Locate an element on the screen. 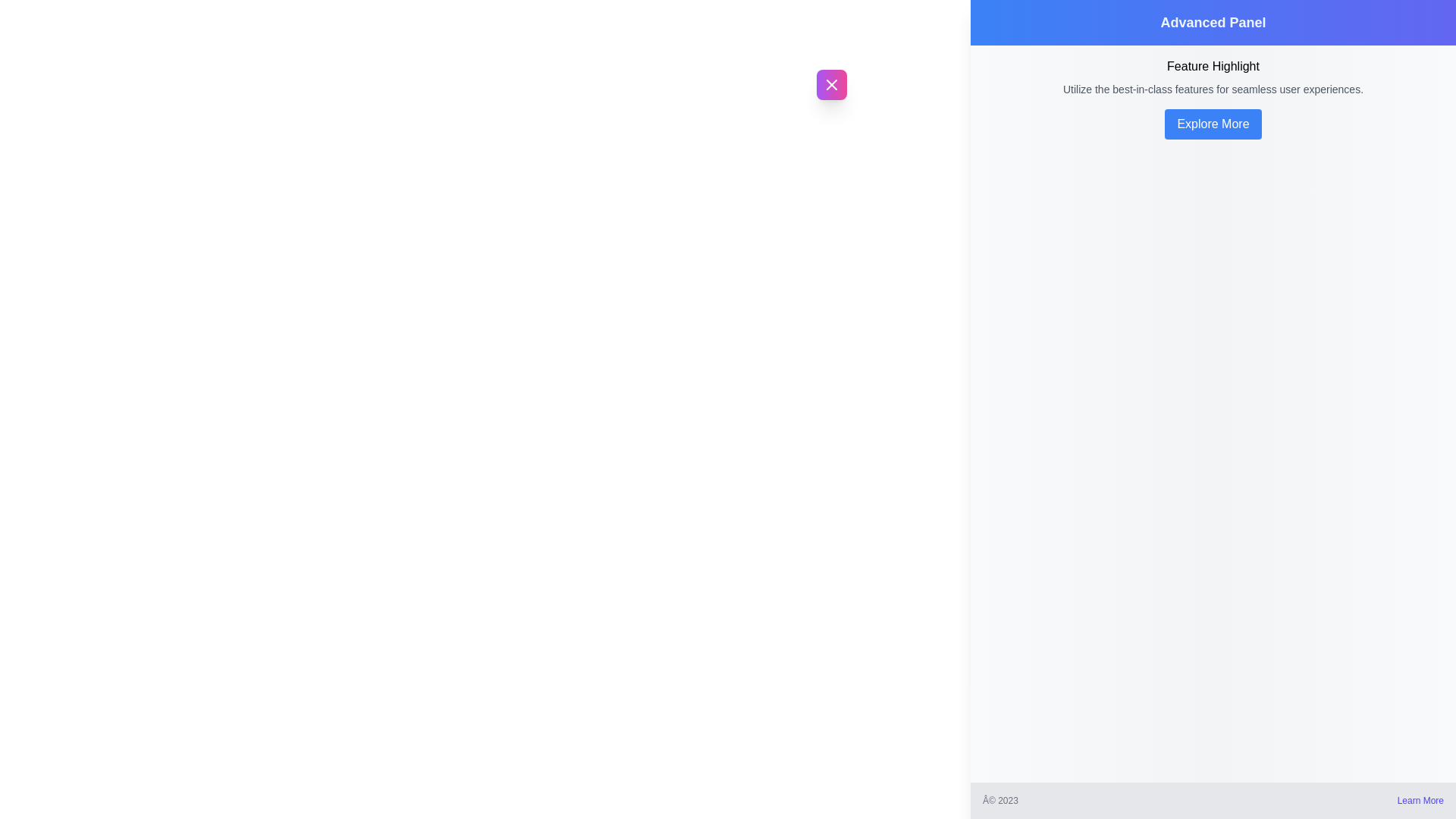 Image resolution: width=1456 pixels, height=819 pixels. the hyperlink text 'Learn More' located at the bottom-right corner of the interface is located at coordinates (1420, 800).